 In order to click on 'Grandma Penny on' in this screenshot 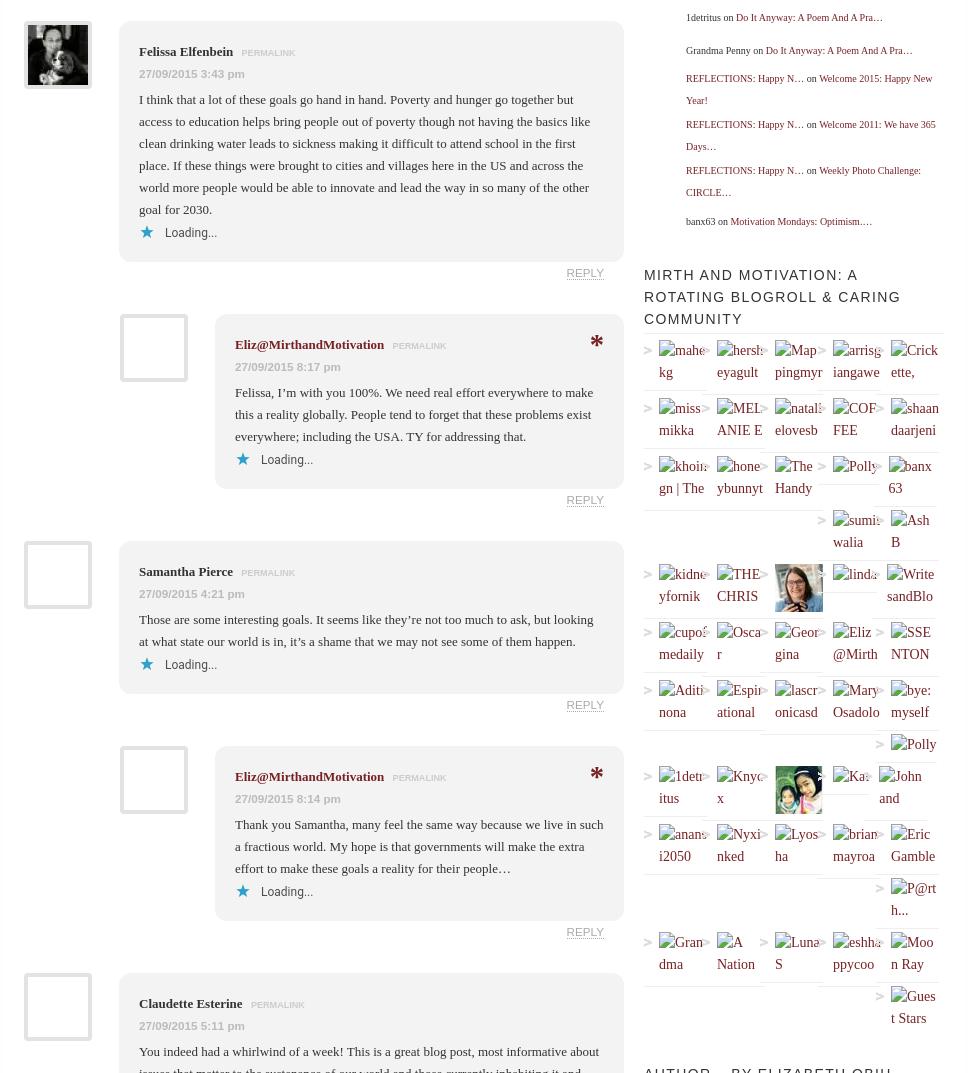, I will do `click(686, 48)`.